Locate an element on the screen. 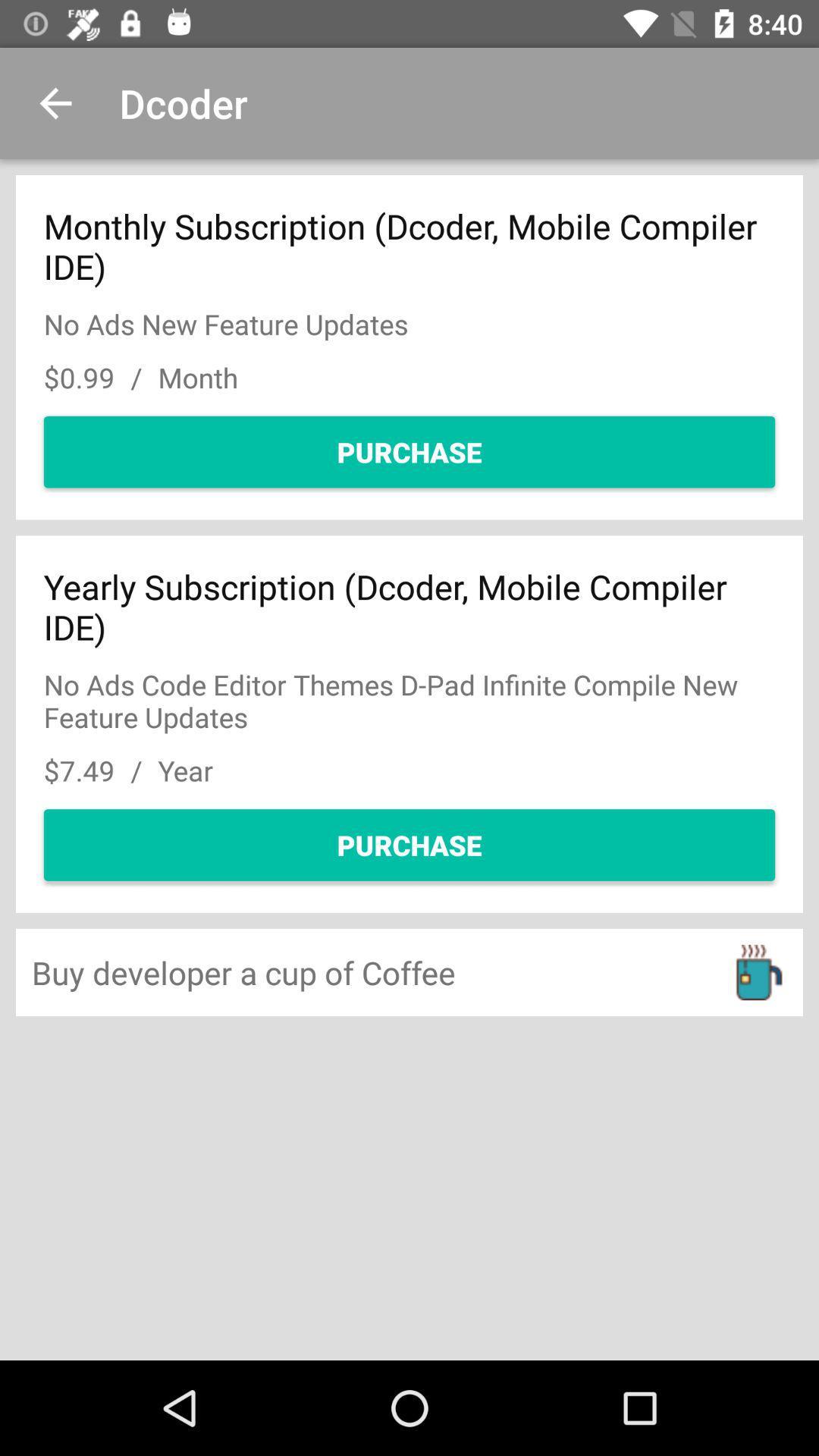 Image resolution: width=819 pixels, height=1456 pixels. move to the icon at the right bottom corner of the page is located at coordinates (759, 972).